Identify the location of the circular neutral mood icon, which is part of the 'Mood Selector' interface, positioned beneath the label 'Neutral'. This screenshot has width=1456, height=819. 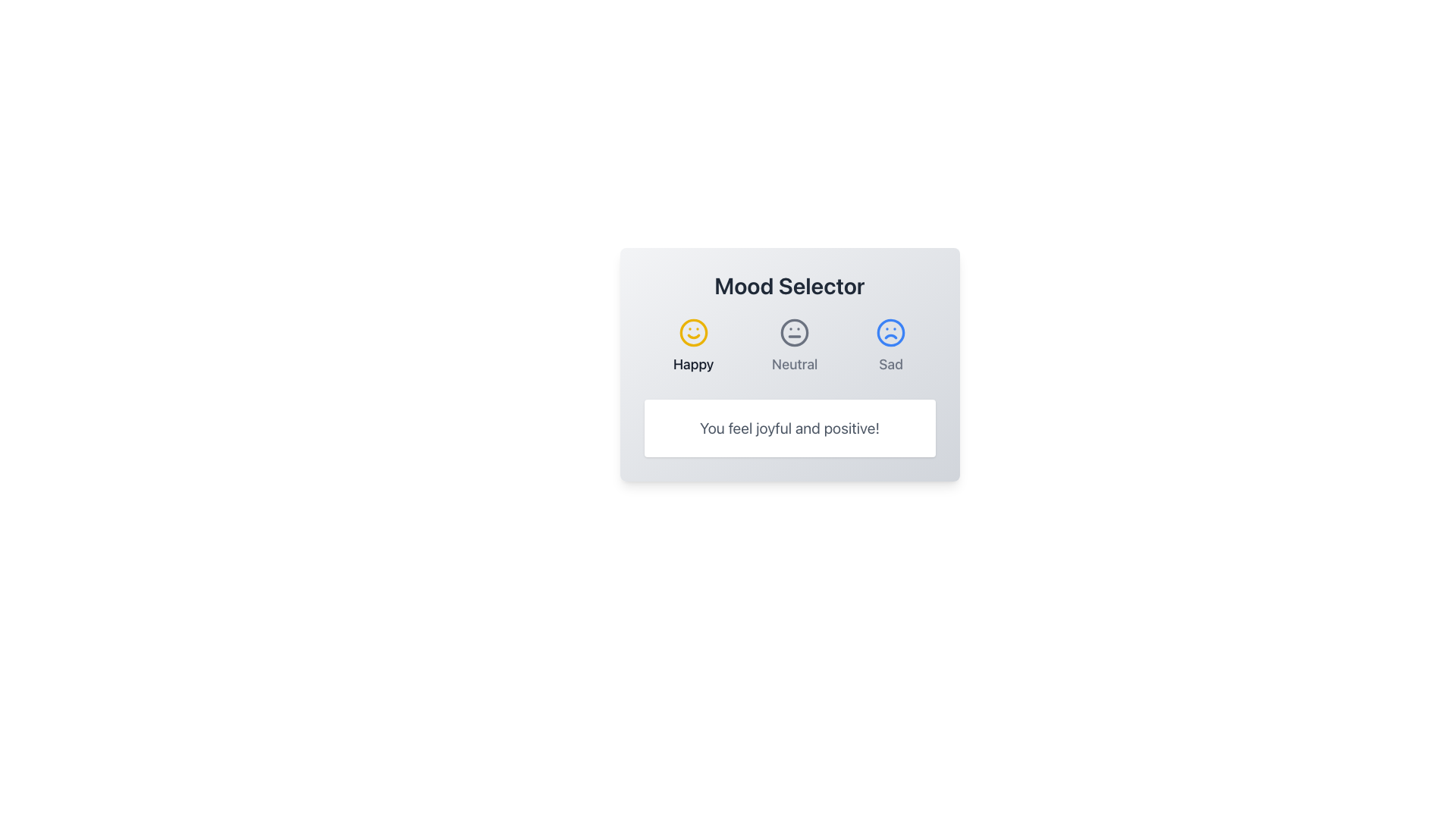
(794, 332).